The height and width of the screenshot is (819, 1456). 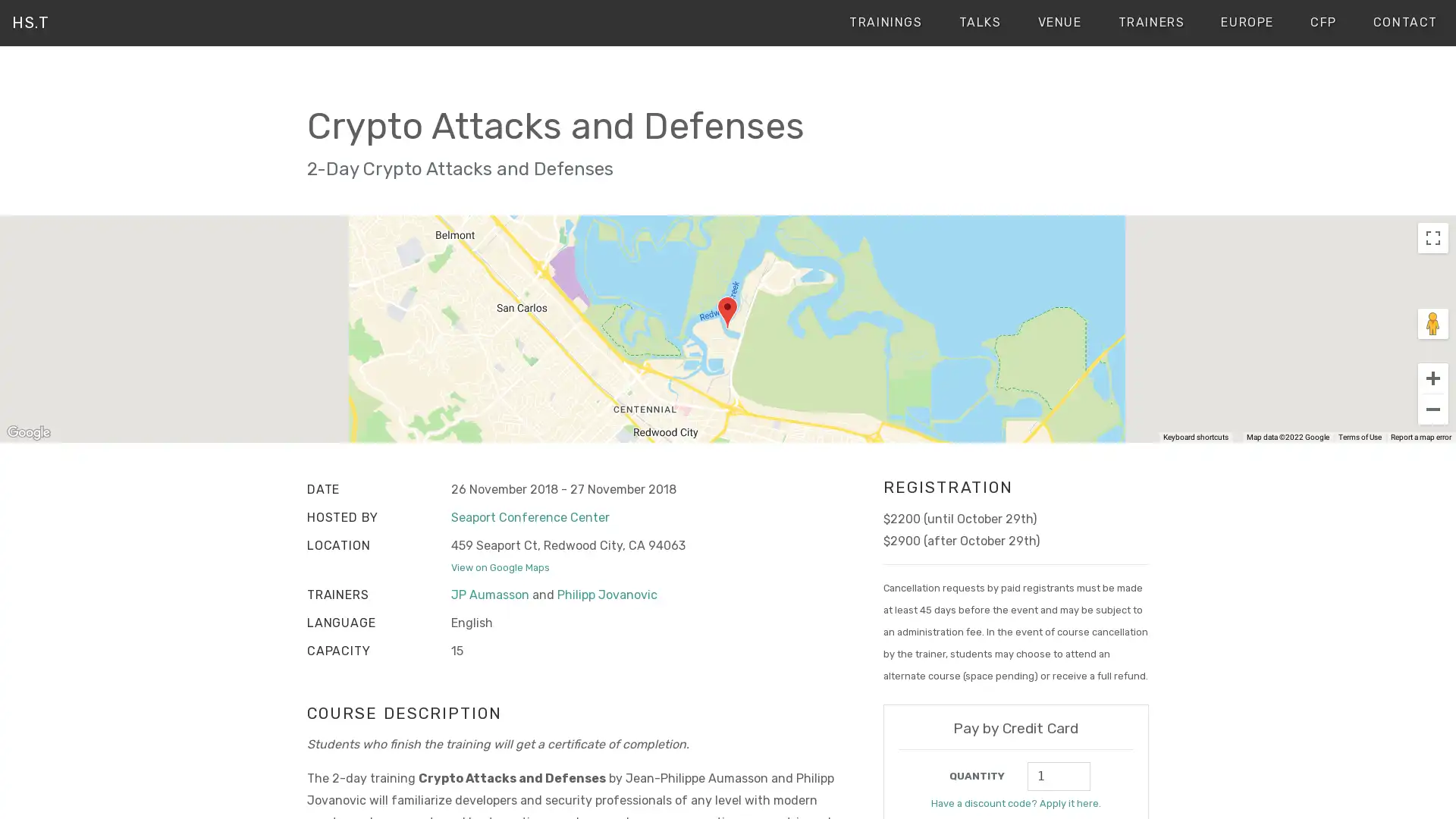 I want to click on Toggle fullscreen view, so click(x=1432, y=237).